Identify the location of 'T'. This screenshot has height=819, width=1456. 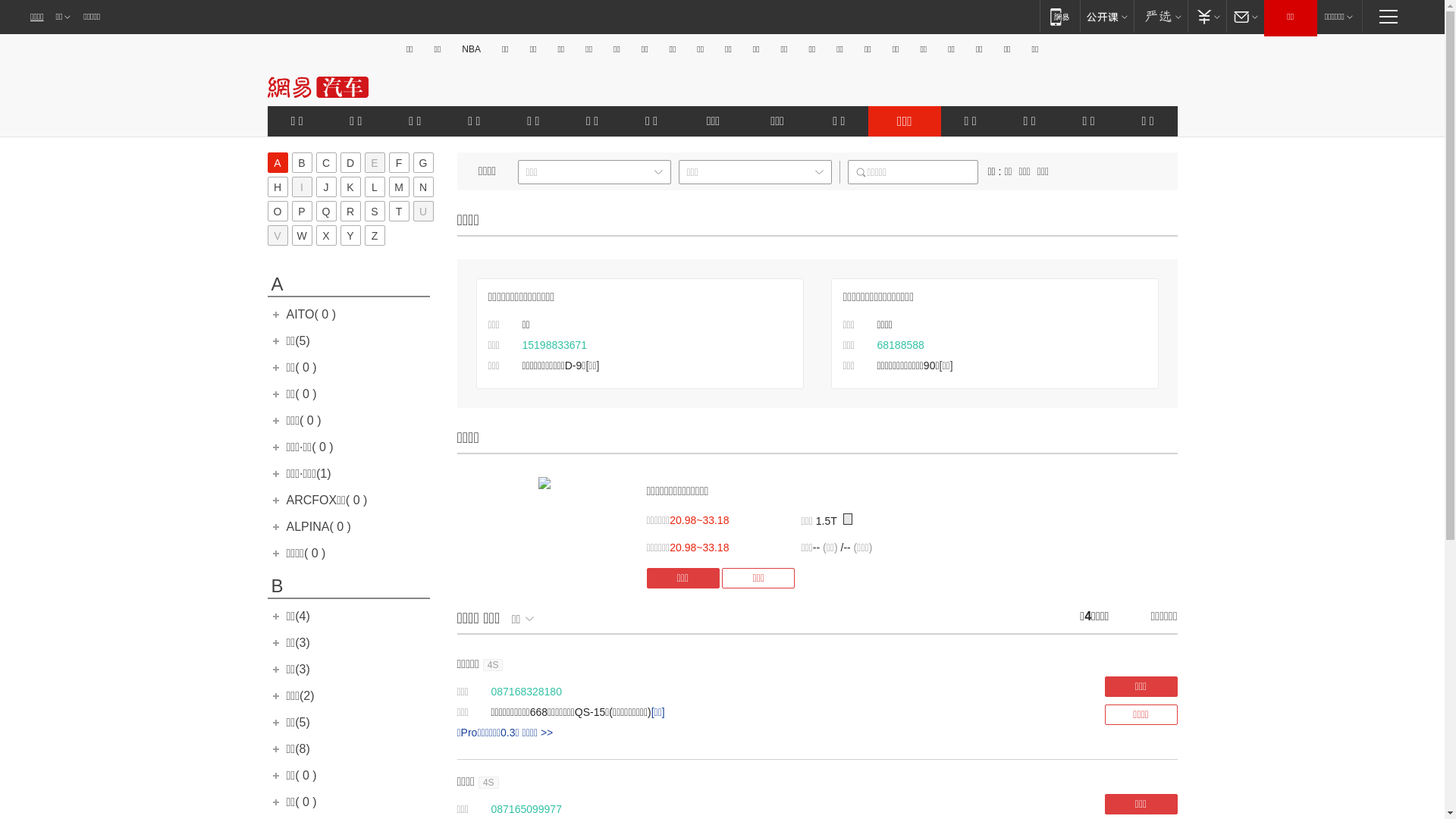
(398, 211).